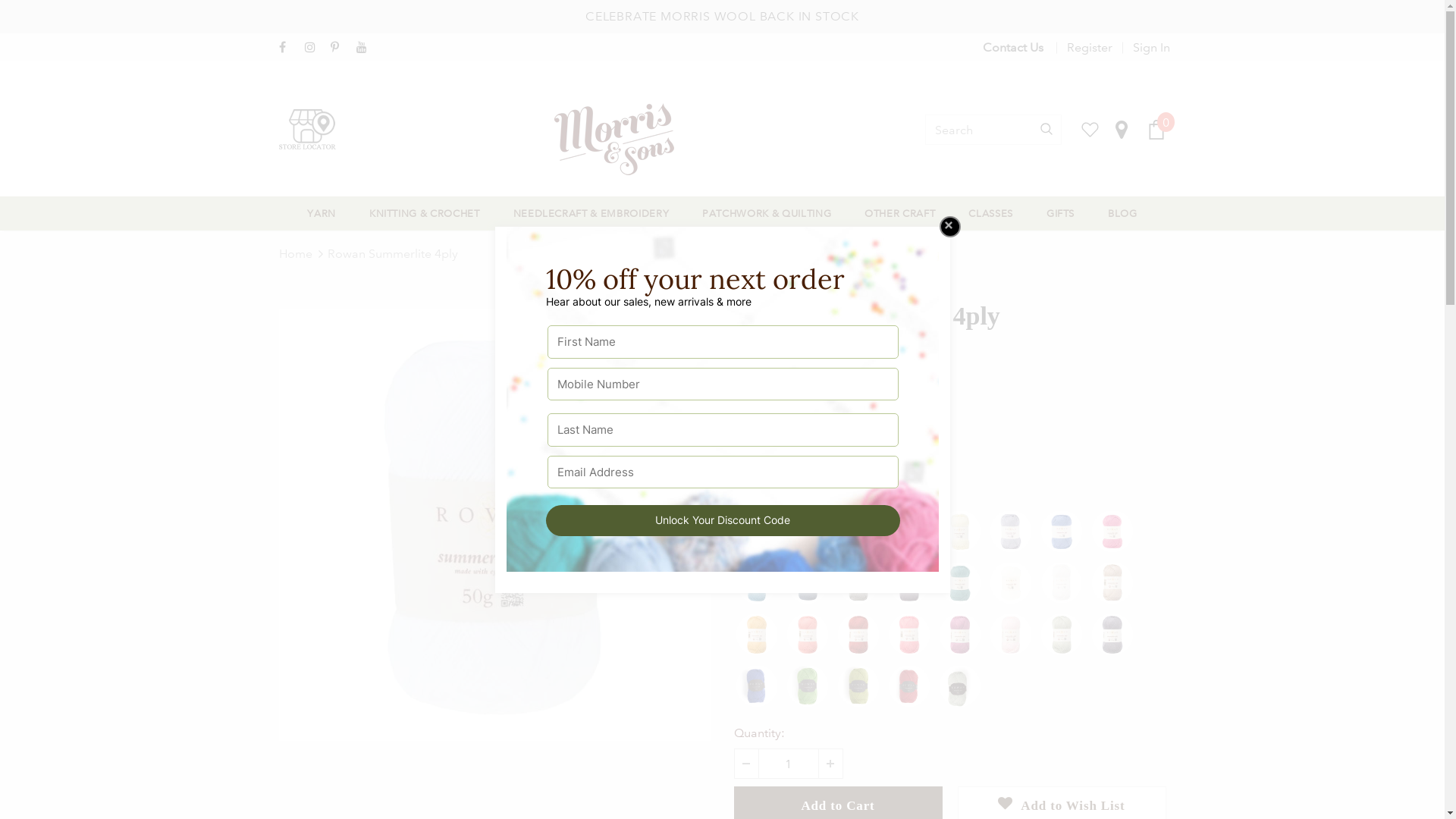 Image resolution: width=1456 pixels, height=819 pixels. I want to click on '0', so click(1156, 128).